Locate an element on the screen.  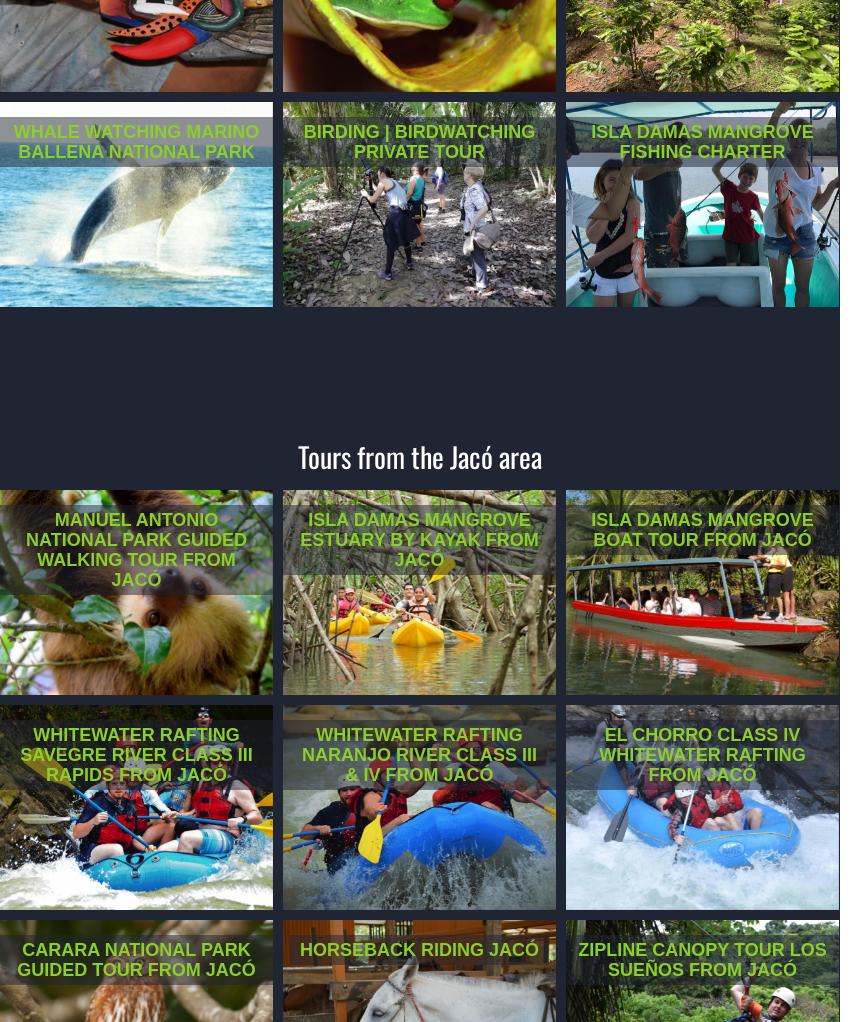
'Experience III class rapids on the cleanest river in Costa Rica and enjoy some white-water thrills.' is located at coordinates (136, 845).